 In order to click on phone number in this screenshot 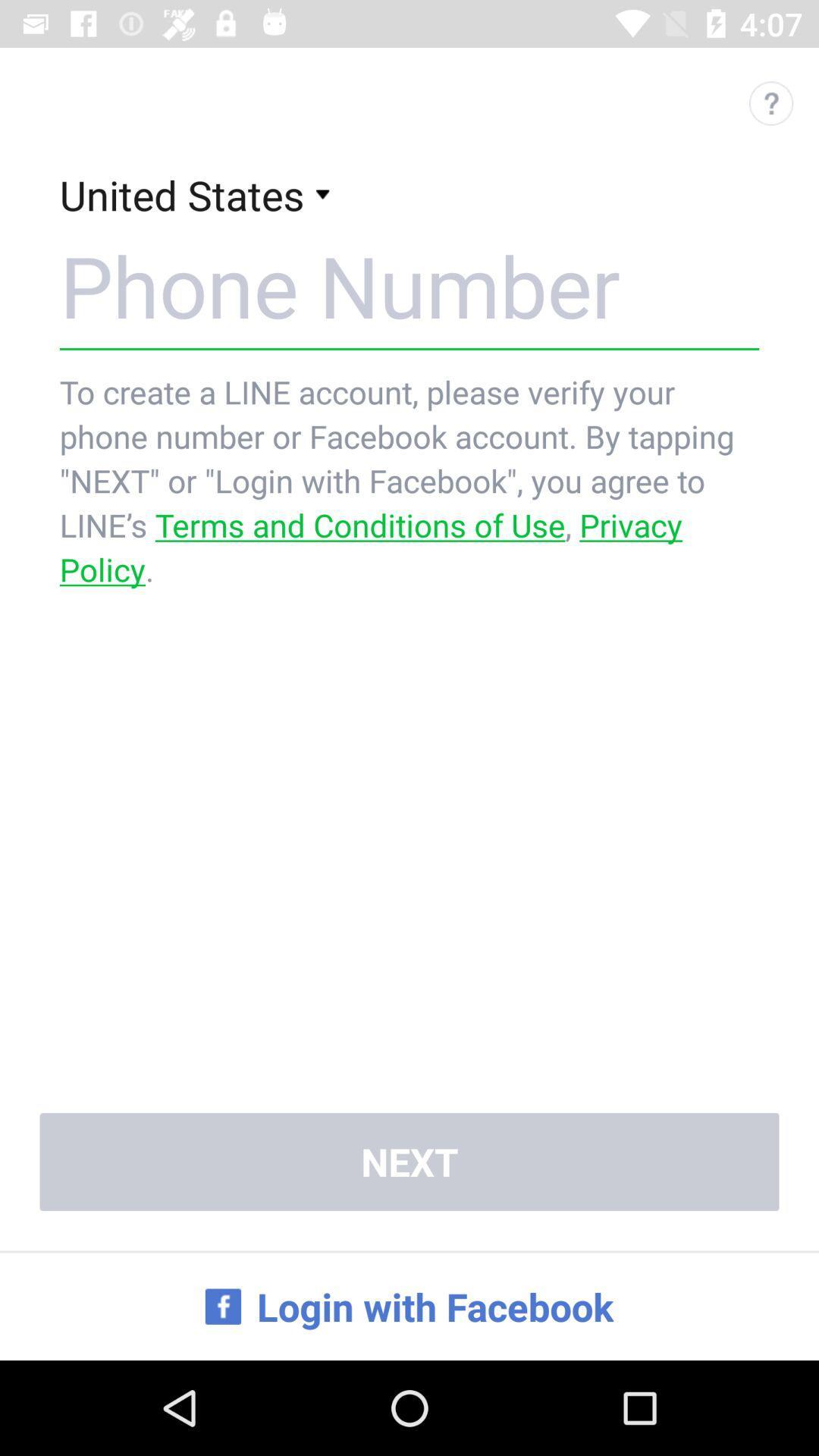, I will do `click(409, 285)`.